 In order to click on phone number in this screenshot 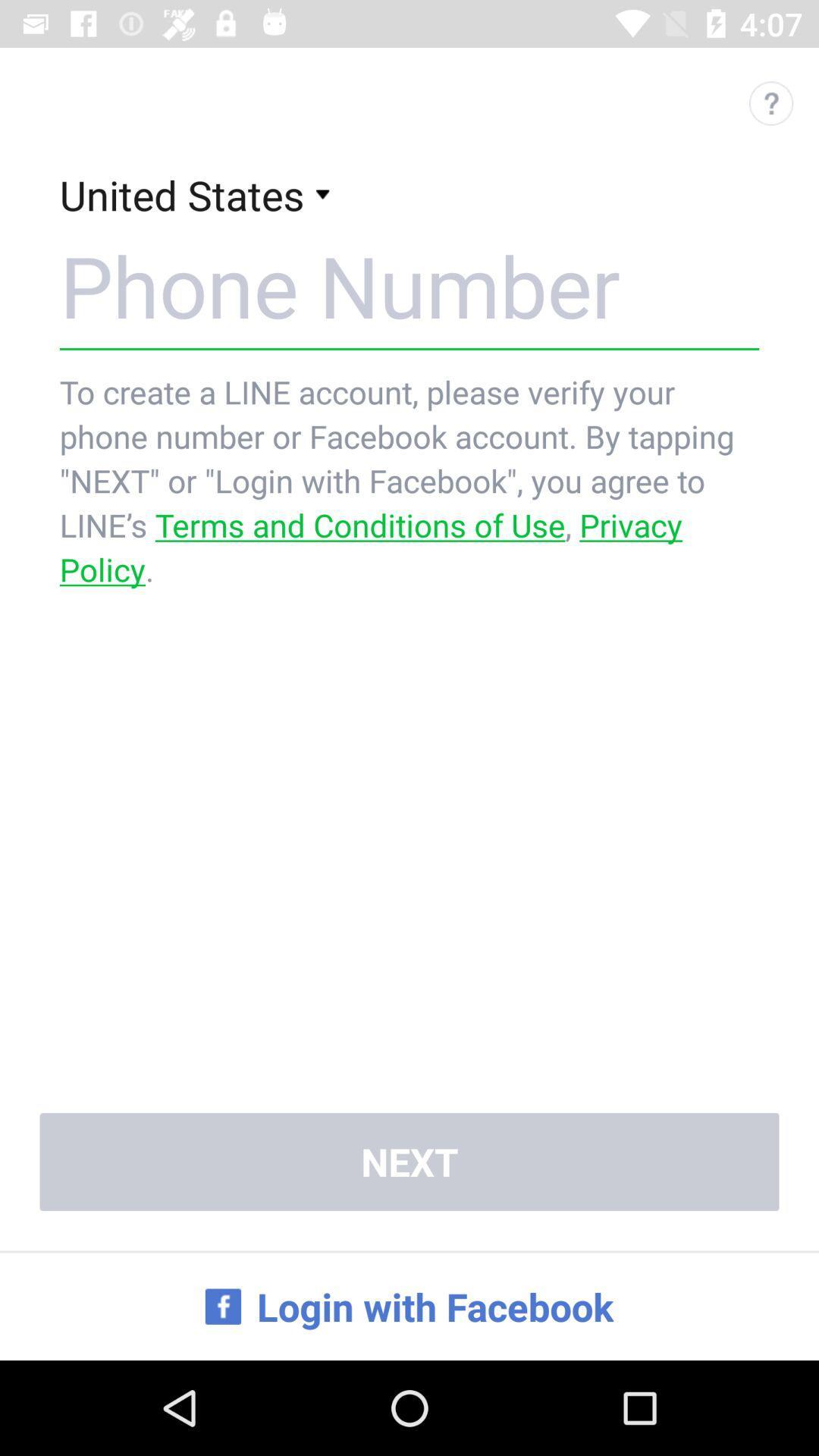, I will do `click(409, 285)`.